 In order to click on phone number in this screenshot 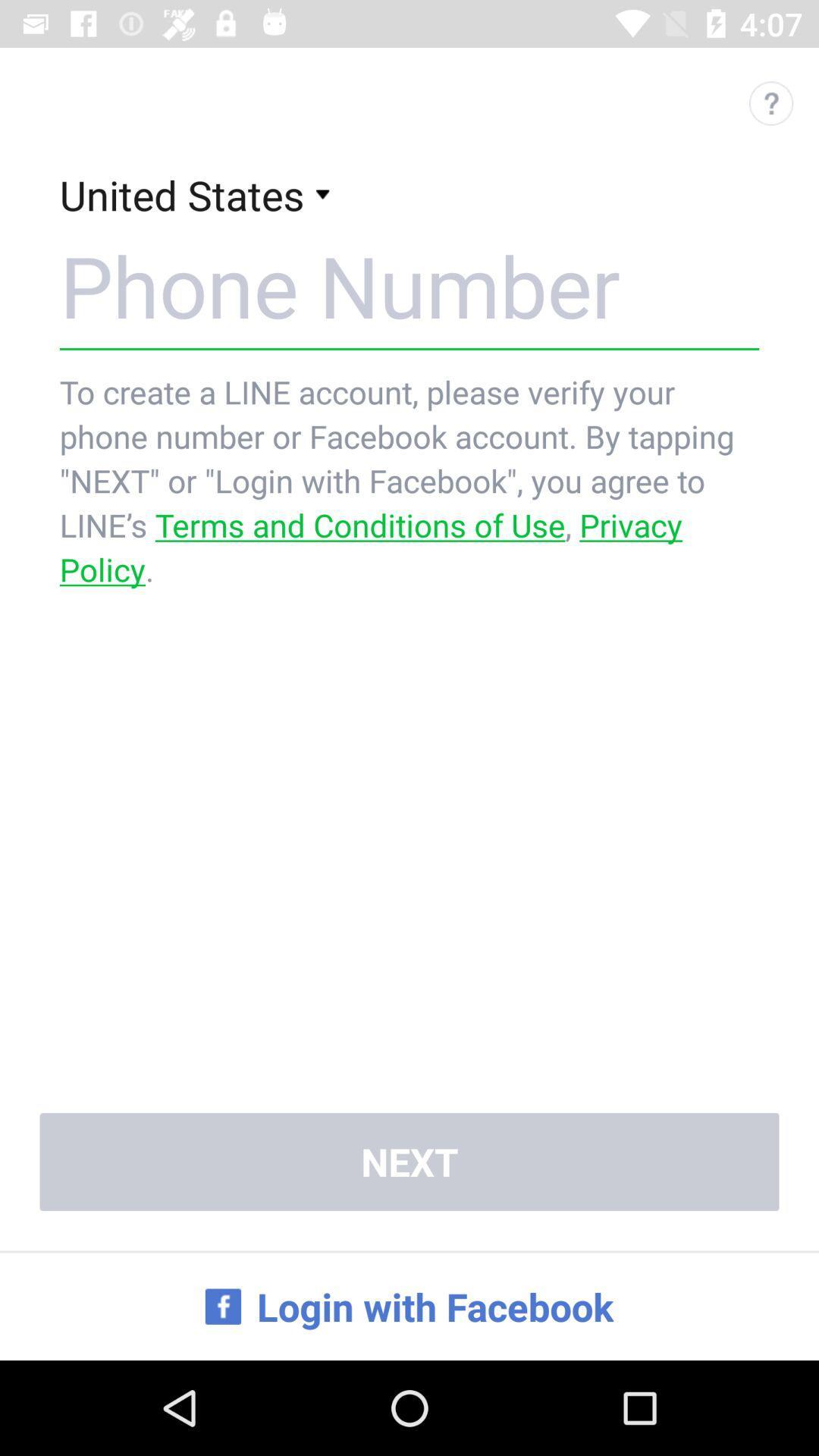, I will do `click(409, 285)`.